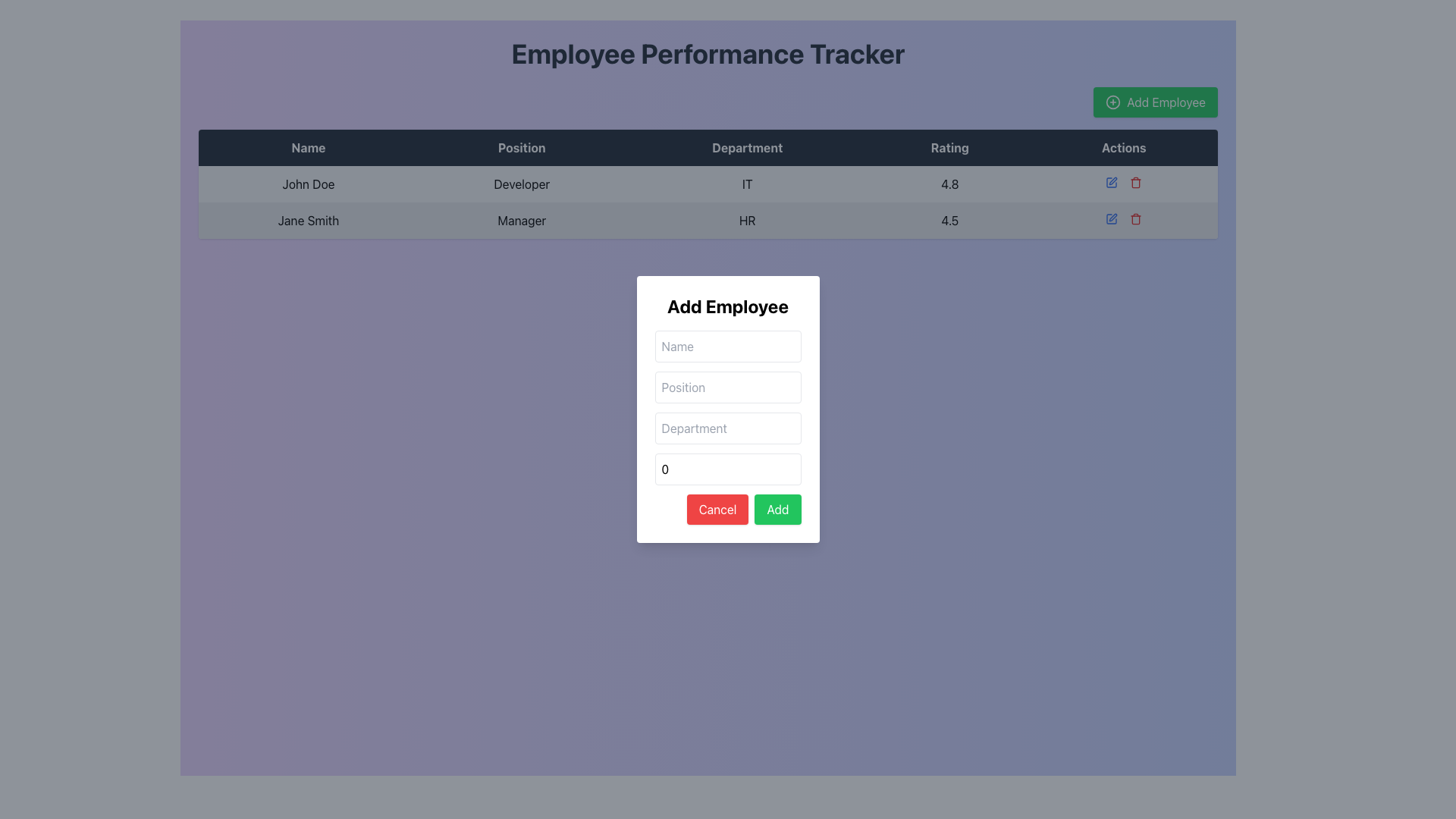  Describe the element at coordinates (949, 220) in the screenshot. I see `the text label displaying '4.5' in bold, located in the 'Rating' column of the second row for employee 'Jane Smith'` at that location.